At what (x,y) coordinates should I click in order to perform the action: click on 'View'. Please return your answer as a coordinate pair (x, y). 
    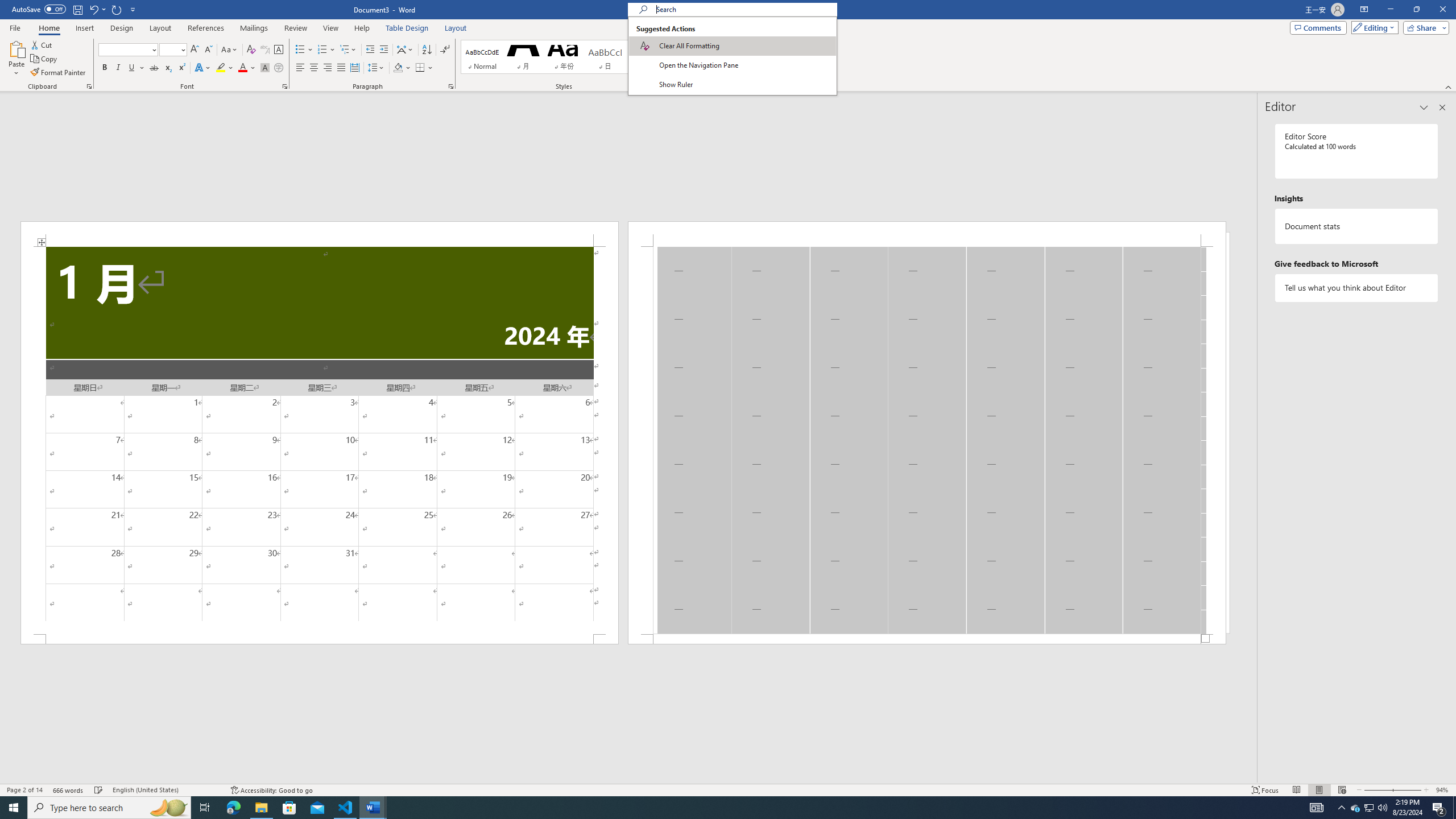
    Looking at the image, I should click on (331, 28).